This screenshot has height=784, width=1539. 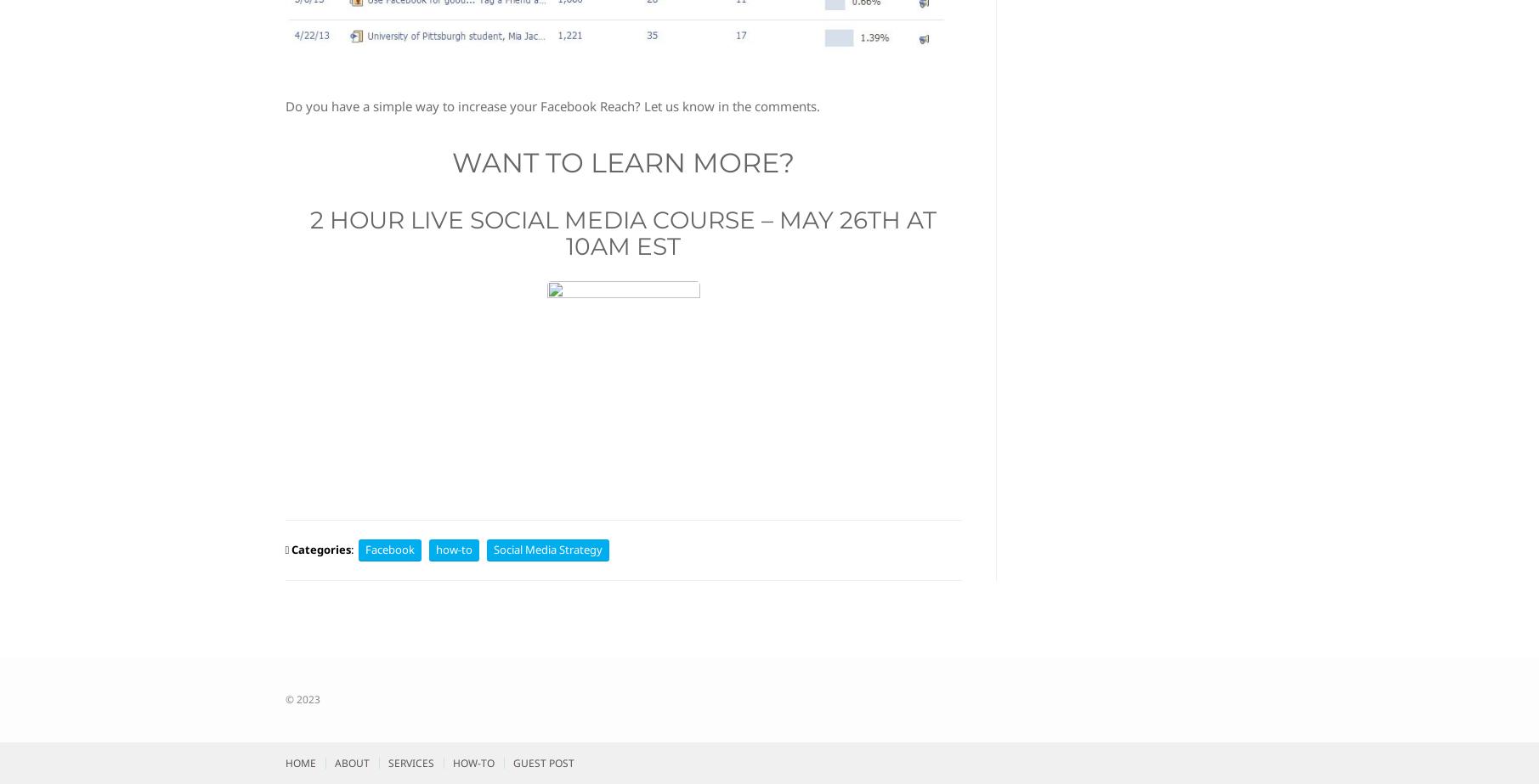 I want to click on 'Want to Learn More?', so click(x=622, y=161).